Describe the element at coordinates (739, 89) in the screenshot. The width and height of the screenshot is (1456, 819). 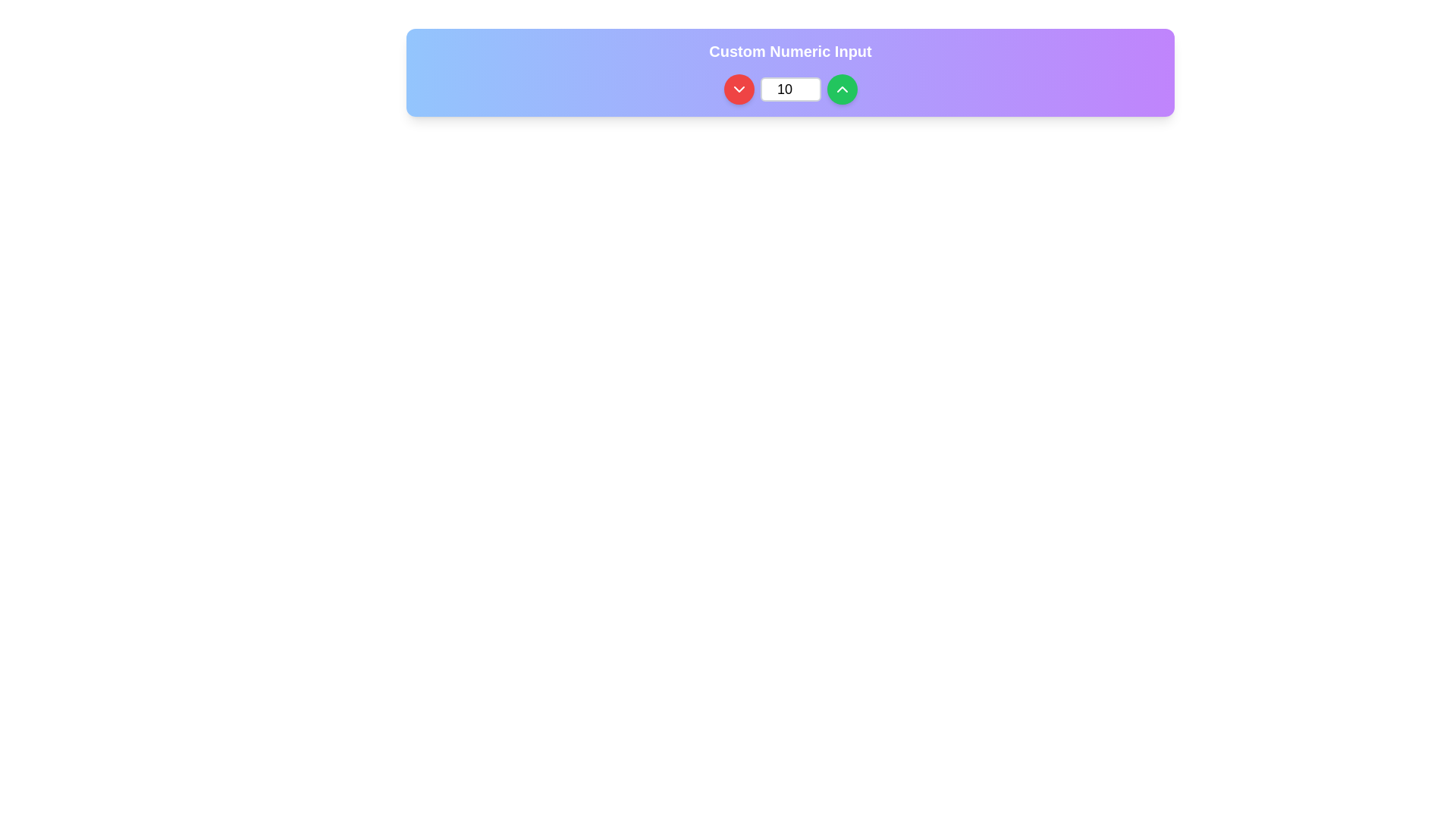
I see `the circular button with a red background and a white downward chevron icon, located at the far left among three primary controls` at that location.